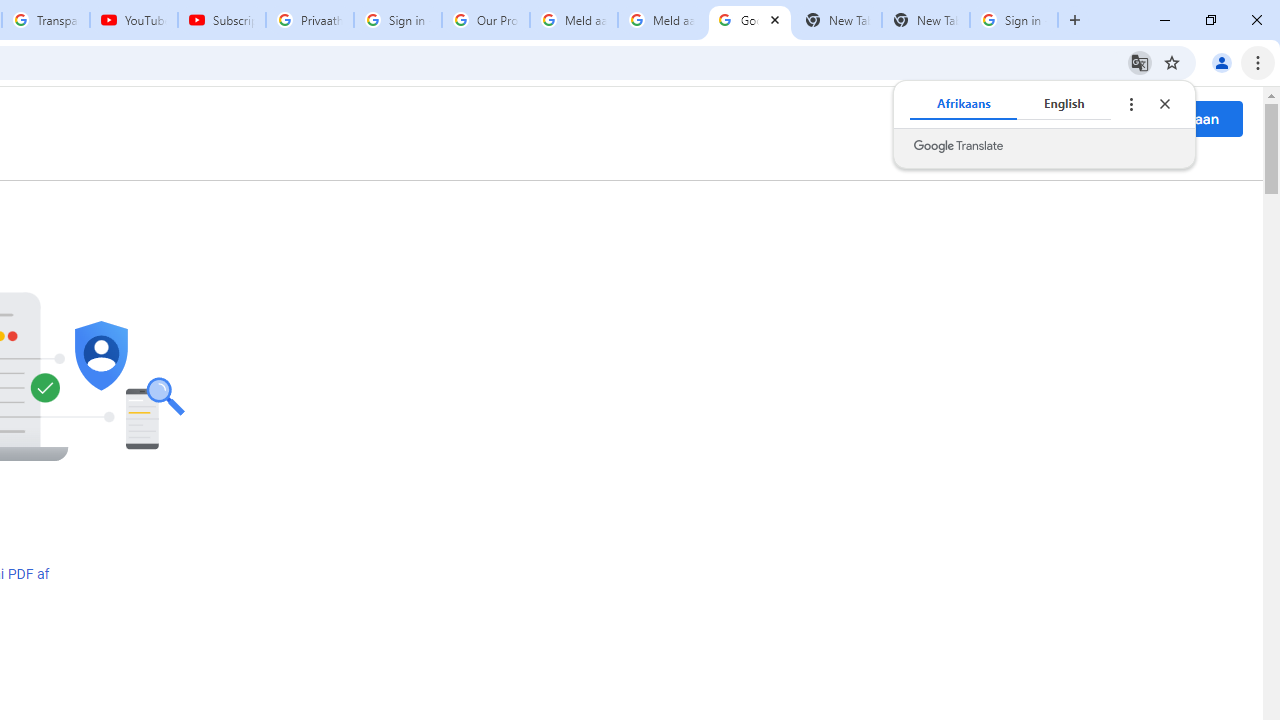 The height and width of the screenshot is (720, 1280). I want to click on 'Subscriptions - YouTube', so click(222, 20).